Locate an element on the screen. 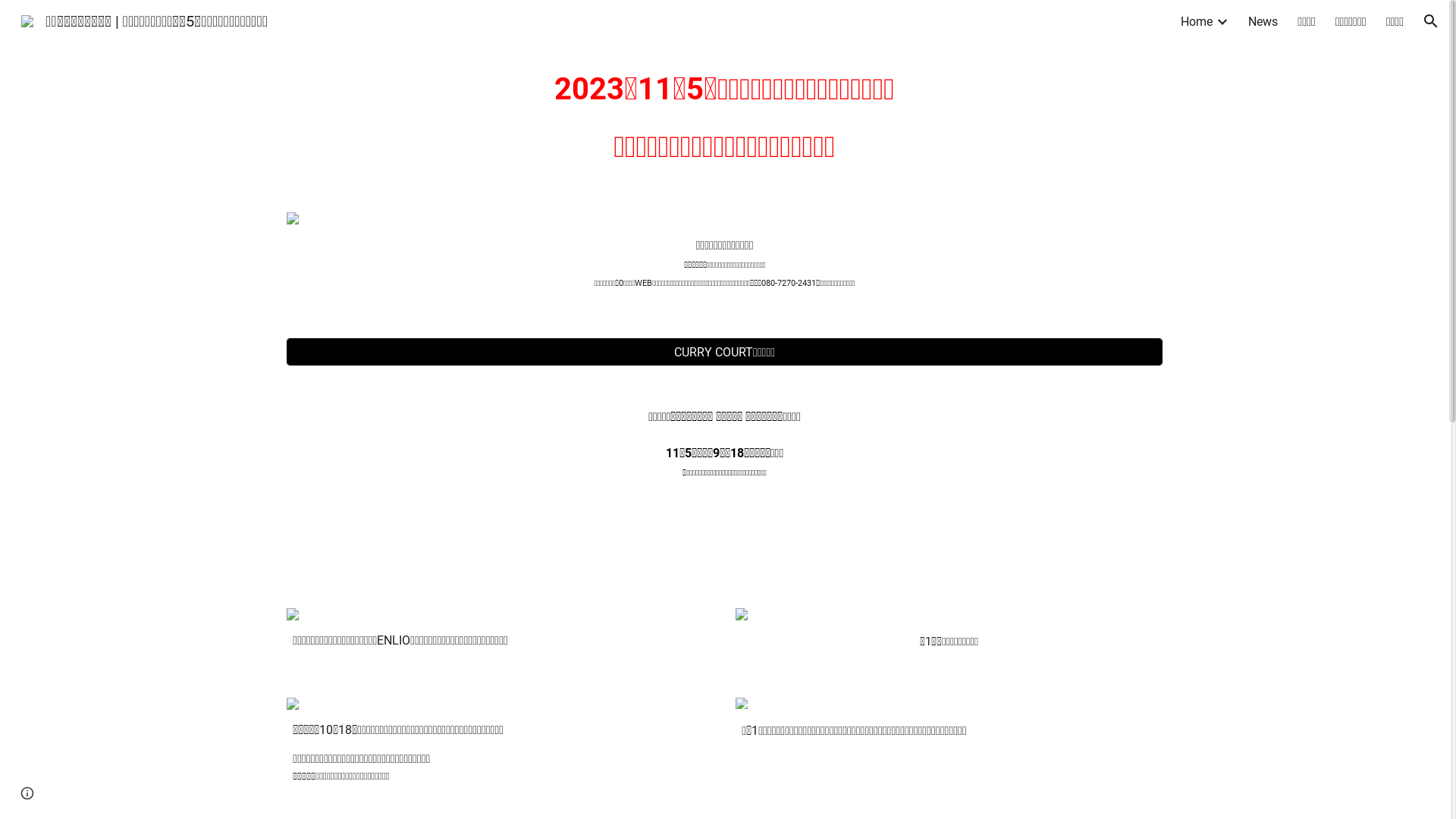  'Expand/Collapse' is located at coordinates (1222, 20).